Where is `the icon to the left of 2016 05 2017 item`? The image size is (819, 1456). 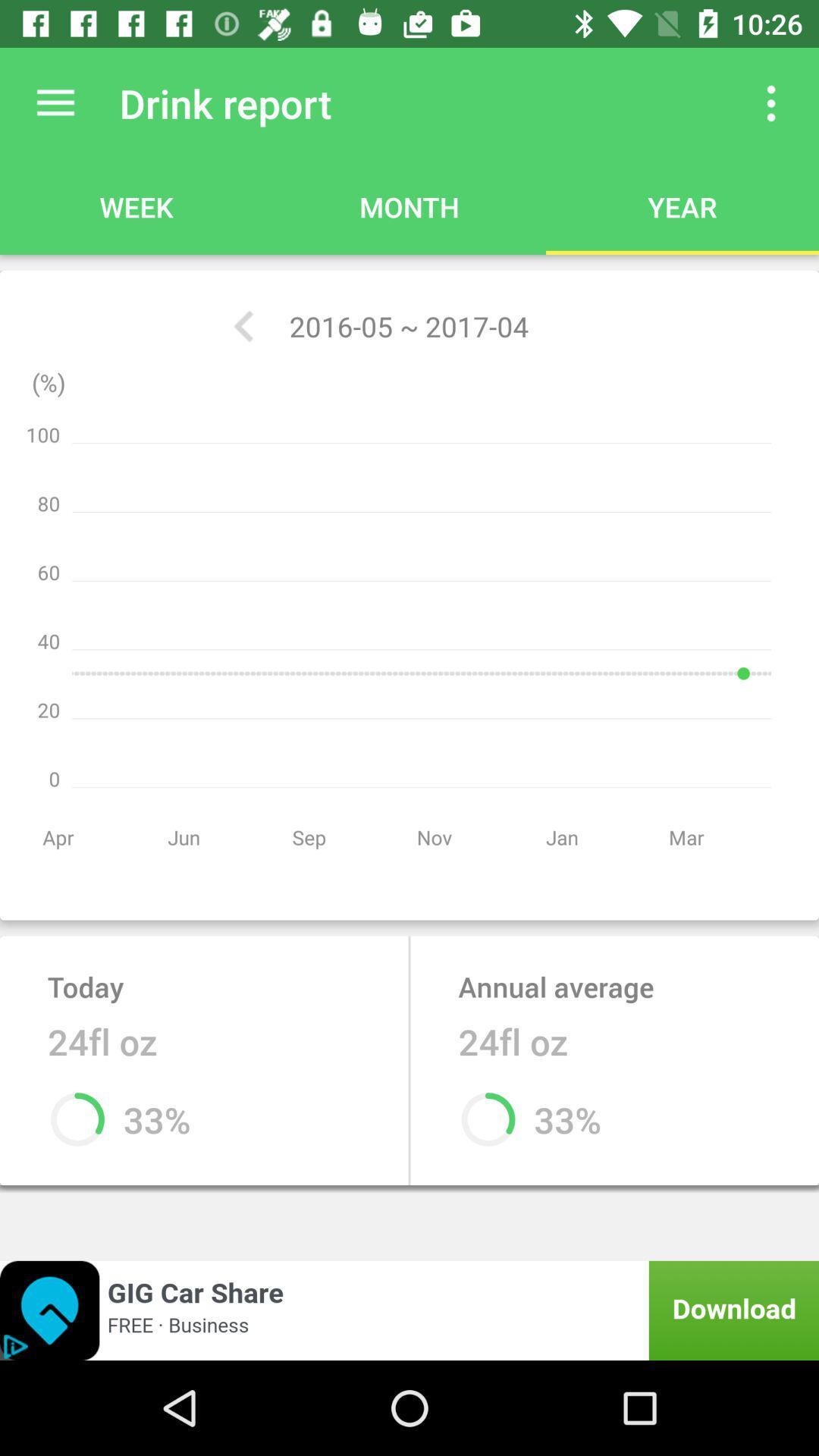 the icon to the left of 2016 05 2017 item is located at coordinates (242, 325).